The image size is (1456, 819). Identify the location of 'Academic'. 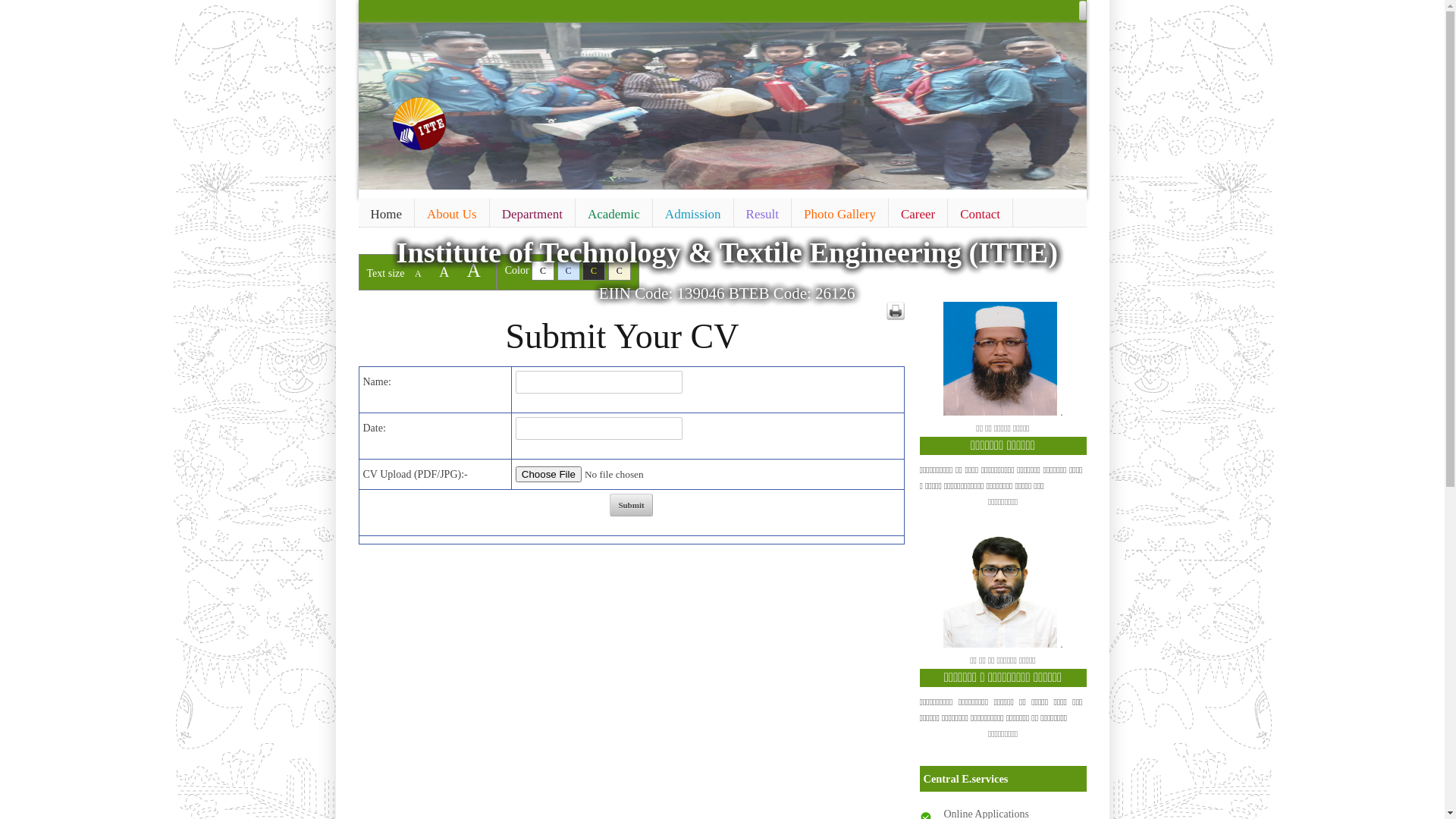
(613, 214).